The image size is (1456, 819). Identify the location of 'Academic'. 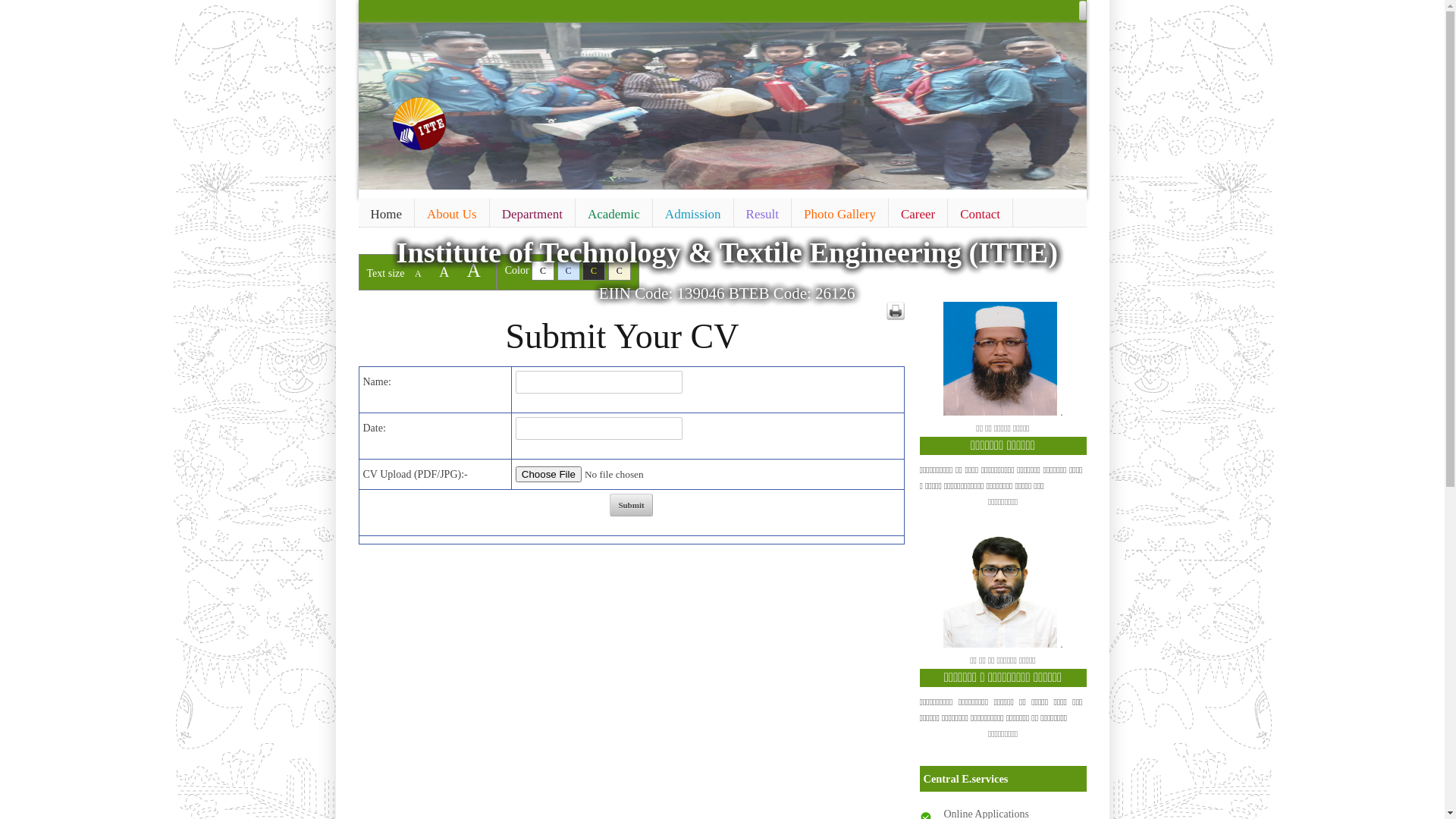
(613, 214).